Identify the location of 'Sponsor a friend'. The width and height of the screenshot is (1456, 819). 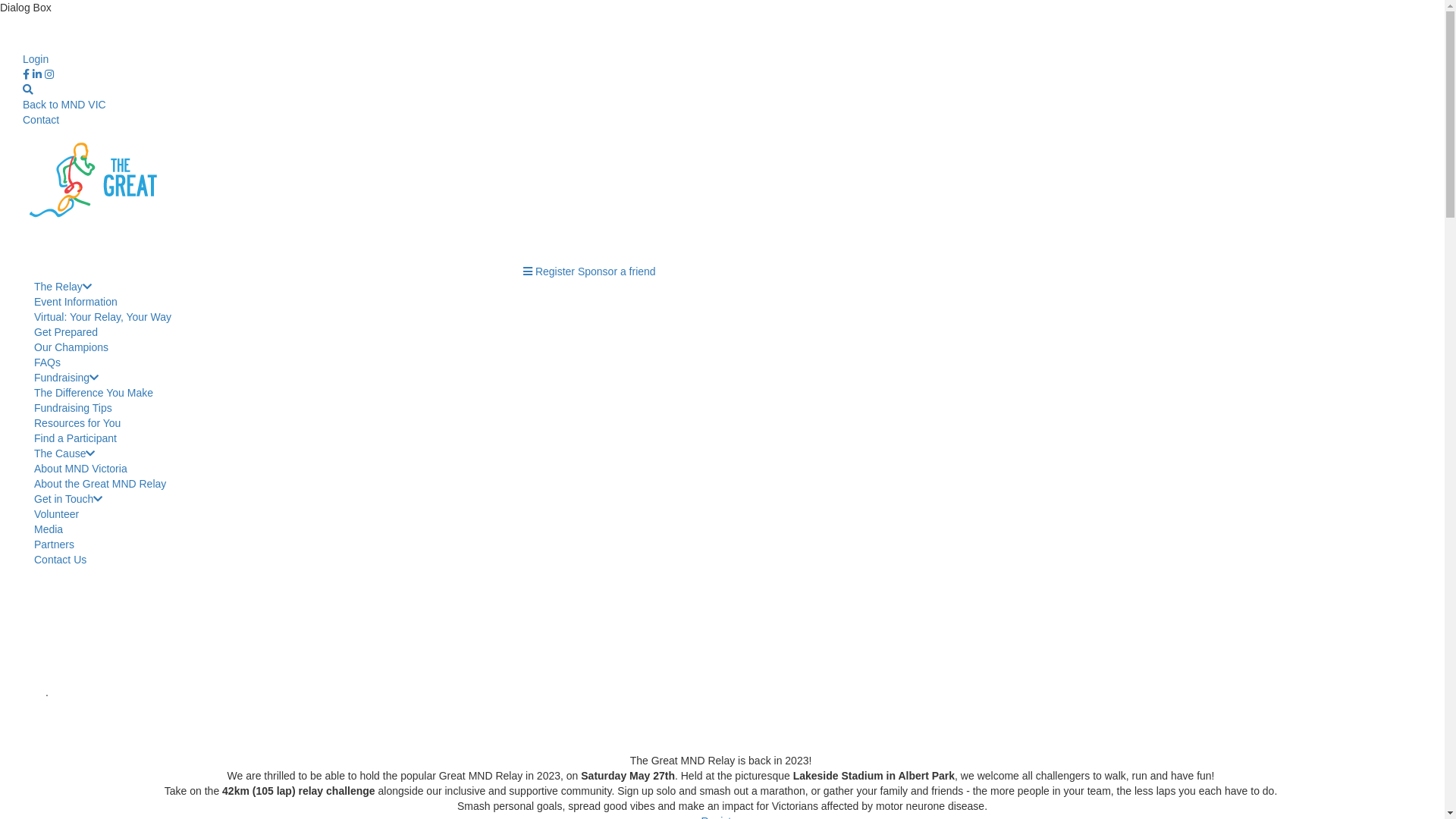
(617, 271).